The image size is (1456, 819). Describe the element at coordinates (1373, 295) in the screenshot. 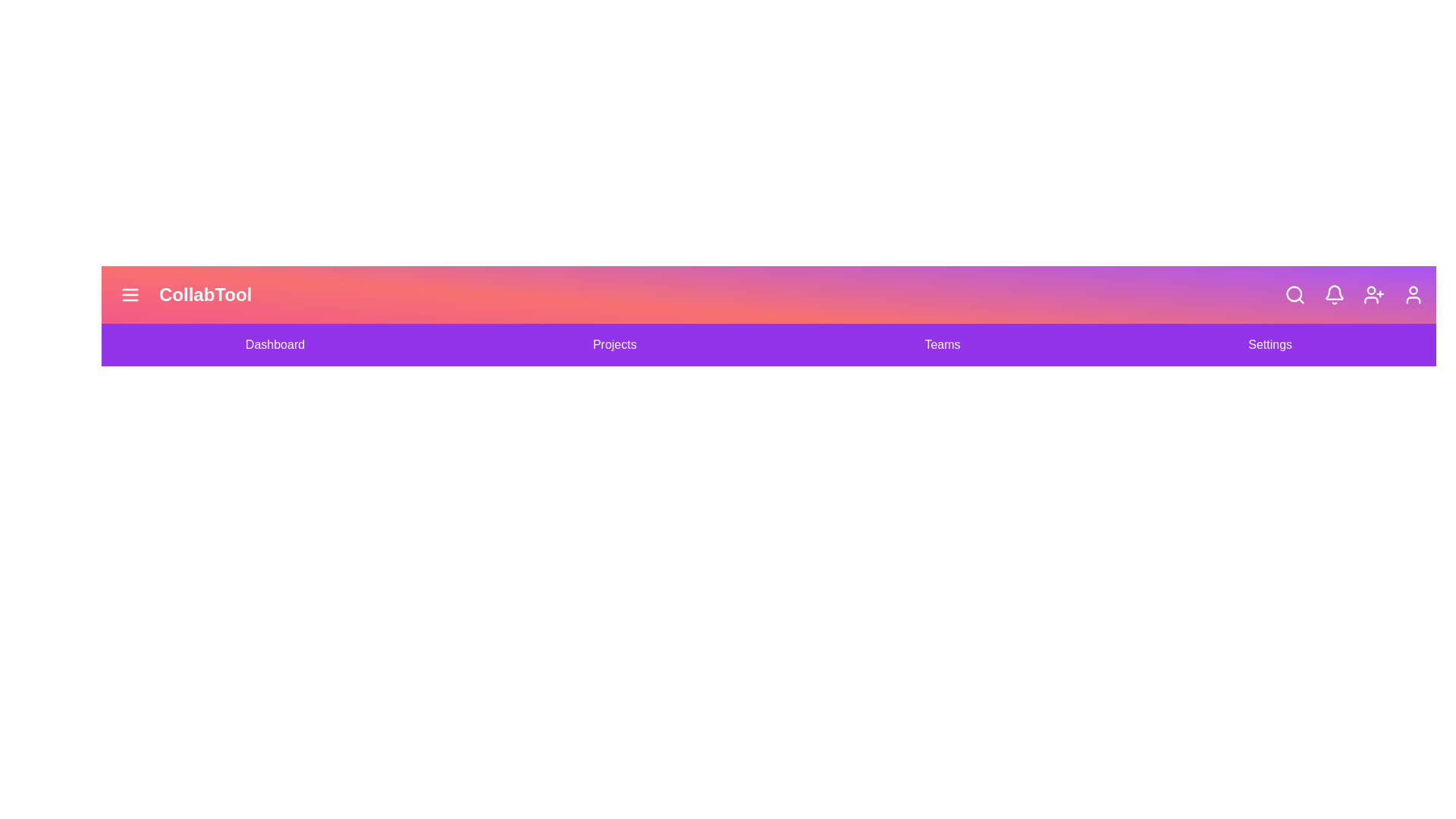

I see `the 'Add User' icon` at that location.